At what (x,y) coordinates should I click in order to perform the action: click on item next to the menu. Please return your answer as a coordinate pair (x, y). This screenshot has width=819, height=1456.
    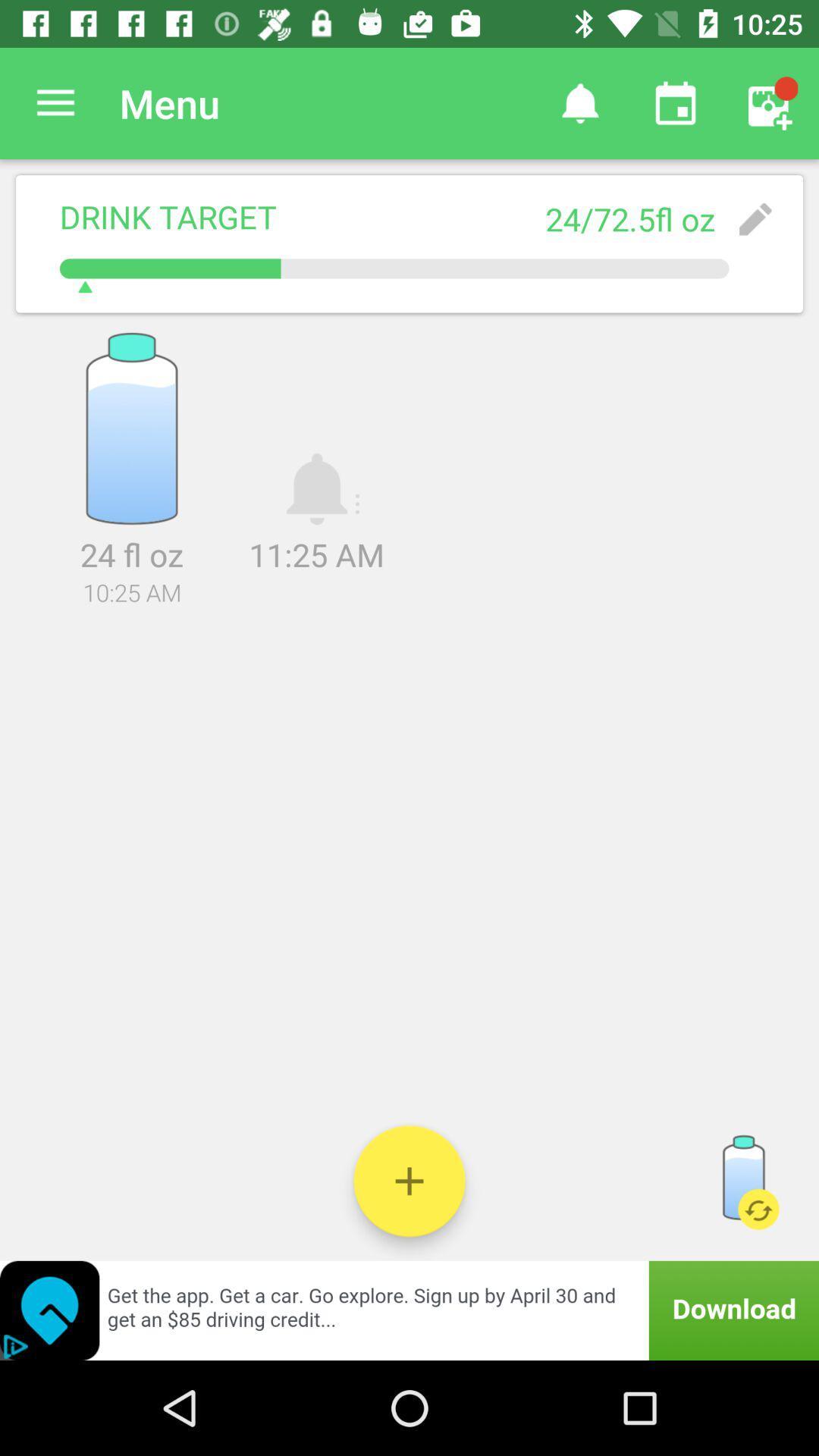
    Looking at the image, I should click on (579, 102).